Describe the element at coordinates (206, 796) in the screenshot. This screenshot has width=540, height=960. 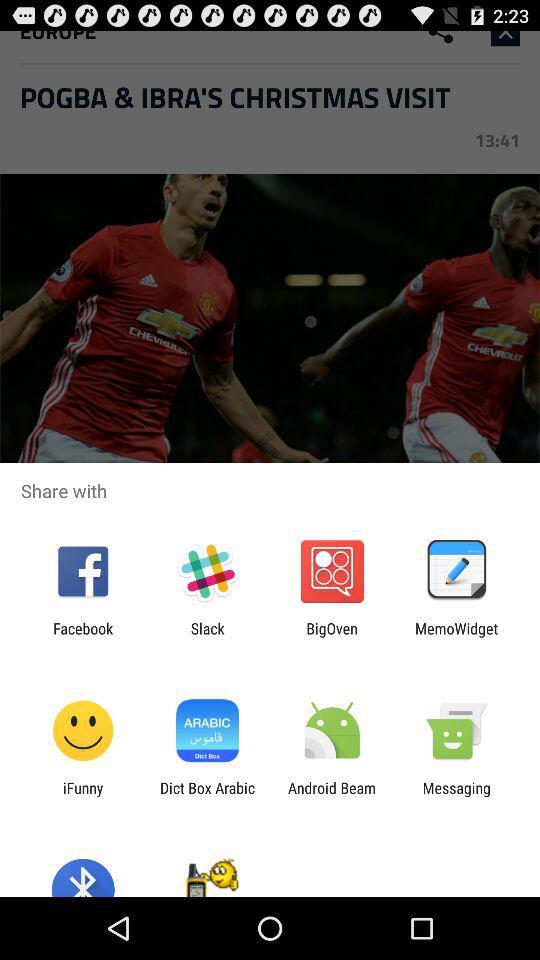
I see `item next to ifunny item` at that location.